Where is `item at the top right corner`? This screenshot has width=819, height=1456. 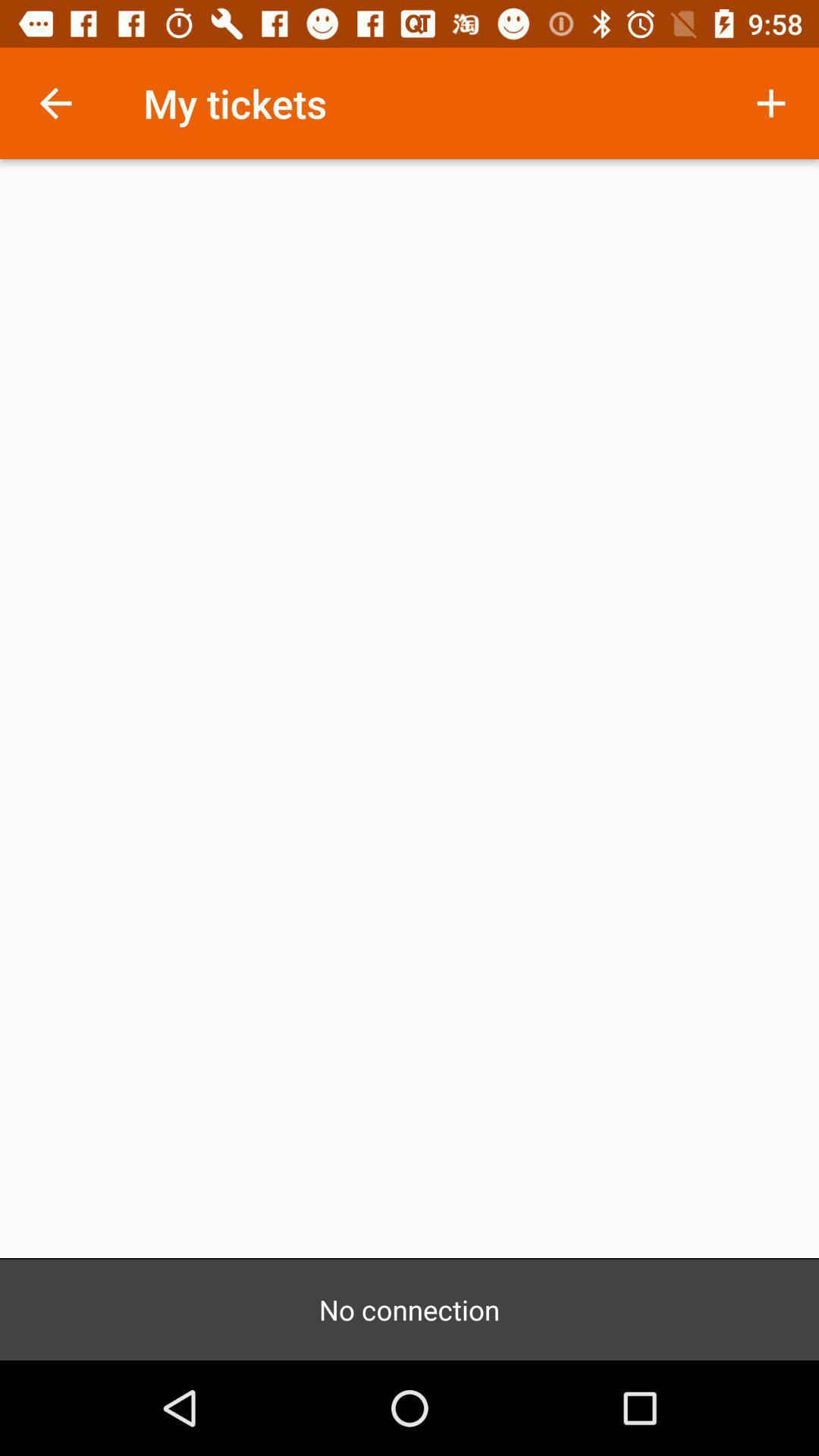
item at the top right corner is located at coordinates (771, 102).